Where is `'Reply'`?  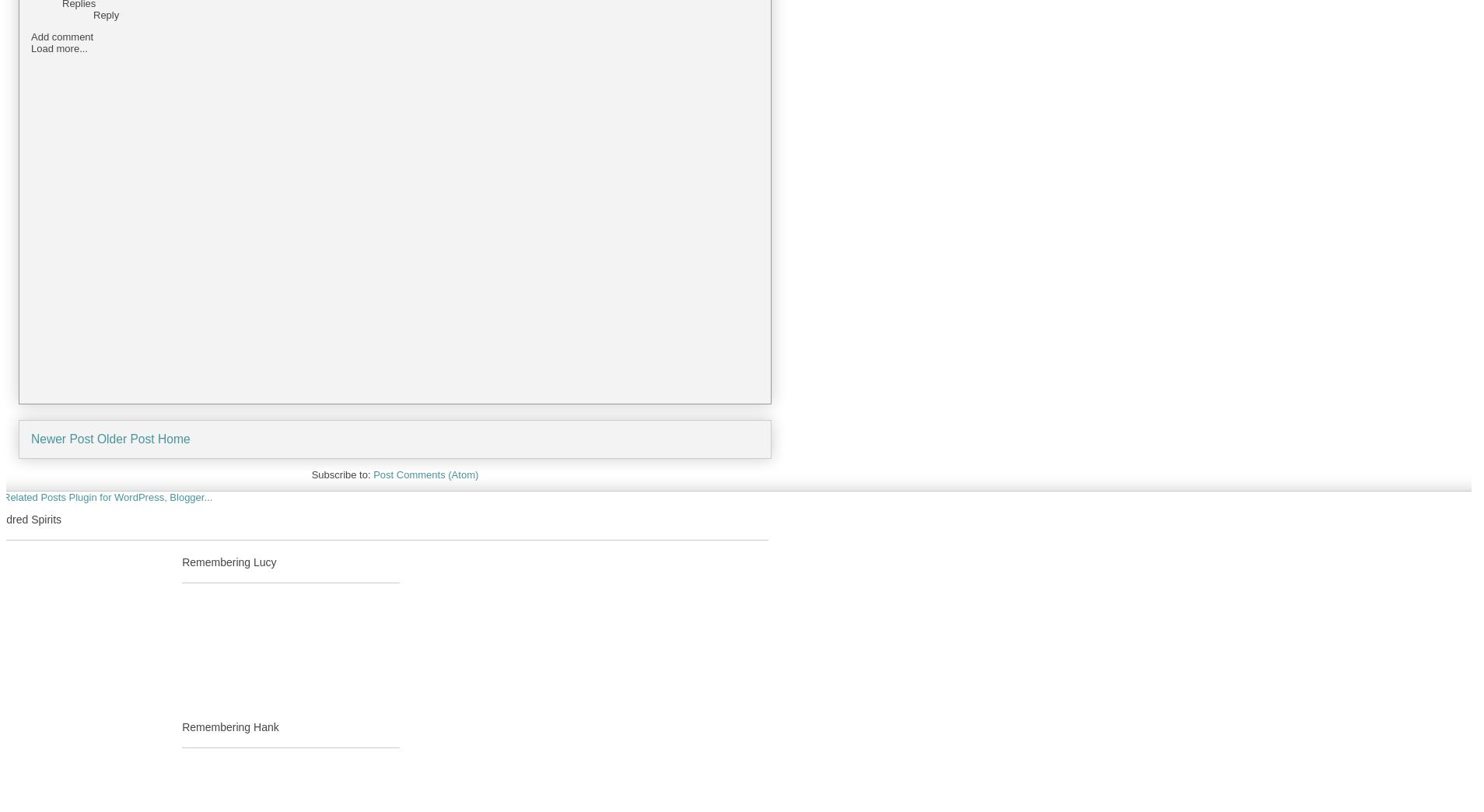 'Reply' is located at coordinates (105, 14).